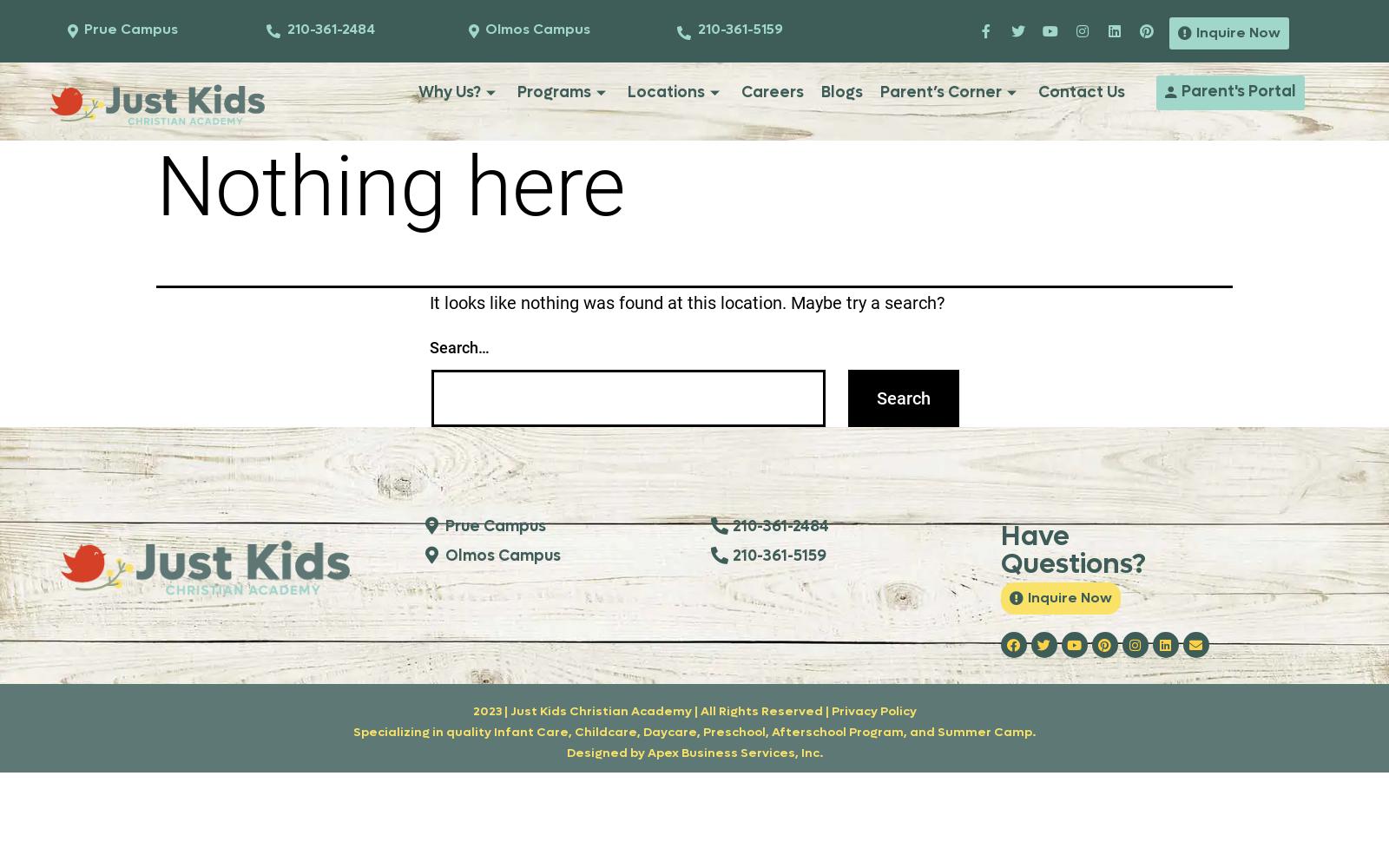  Describe the element at coordinates (1079, 91) in the screenshot. I see `'Contact Us'` at that location.